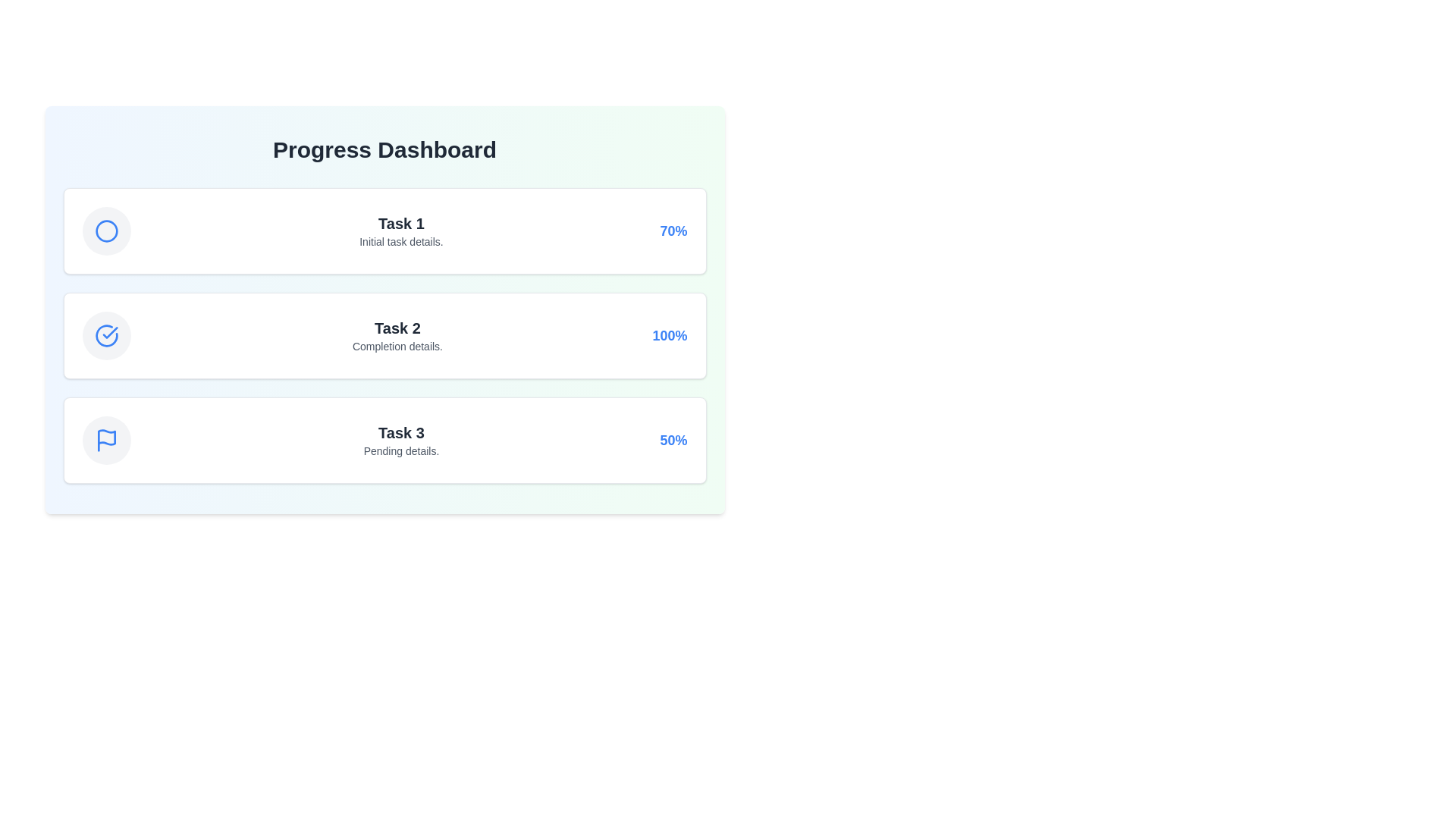 This screenshot has width=1456, height=819. What do you see at coordinates (105, 441) in the screenshot?
I see `the flag icon with a blue stroke inside a circular area on the leftmost side of the row labeled 'Task 3'` at bounding box center [105, 441].